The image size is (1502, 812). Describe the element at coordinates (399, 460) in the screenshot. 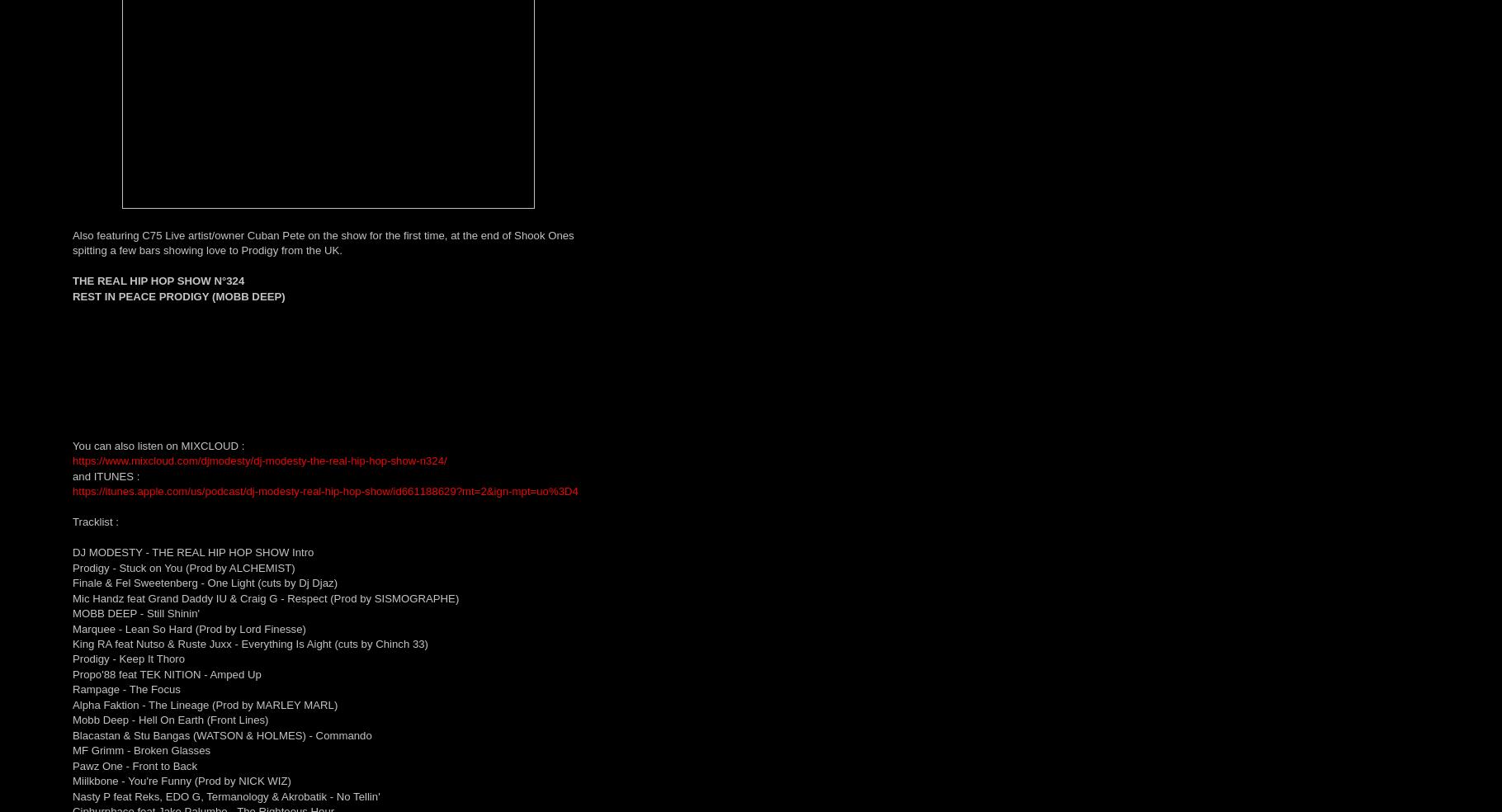

I see `'hip-hop-show-n324/'` at that location.